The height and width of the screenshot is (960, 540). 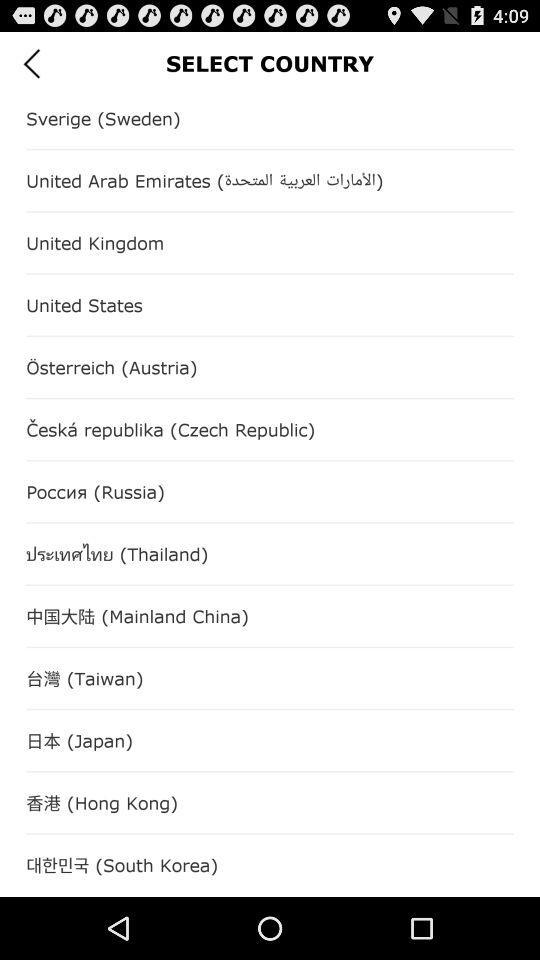 What do you see at coordinates (30, 67) in the screenshot?
I see `the arrow_backward icon` at bounding box center [30, 67].